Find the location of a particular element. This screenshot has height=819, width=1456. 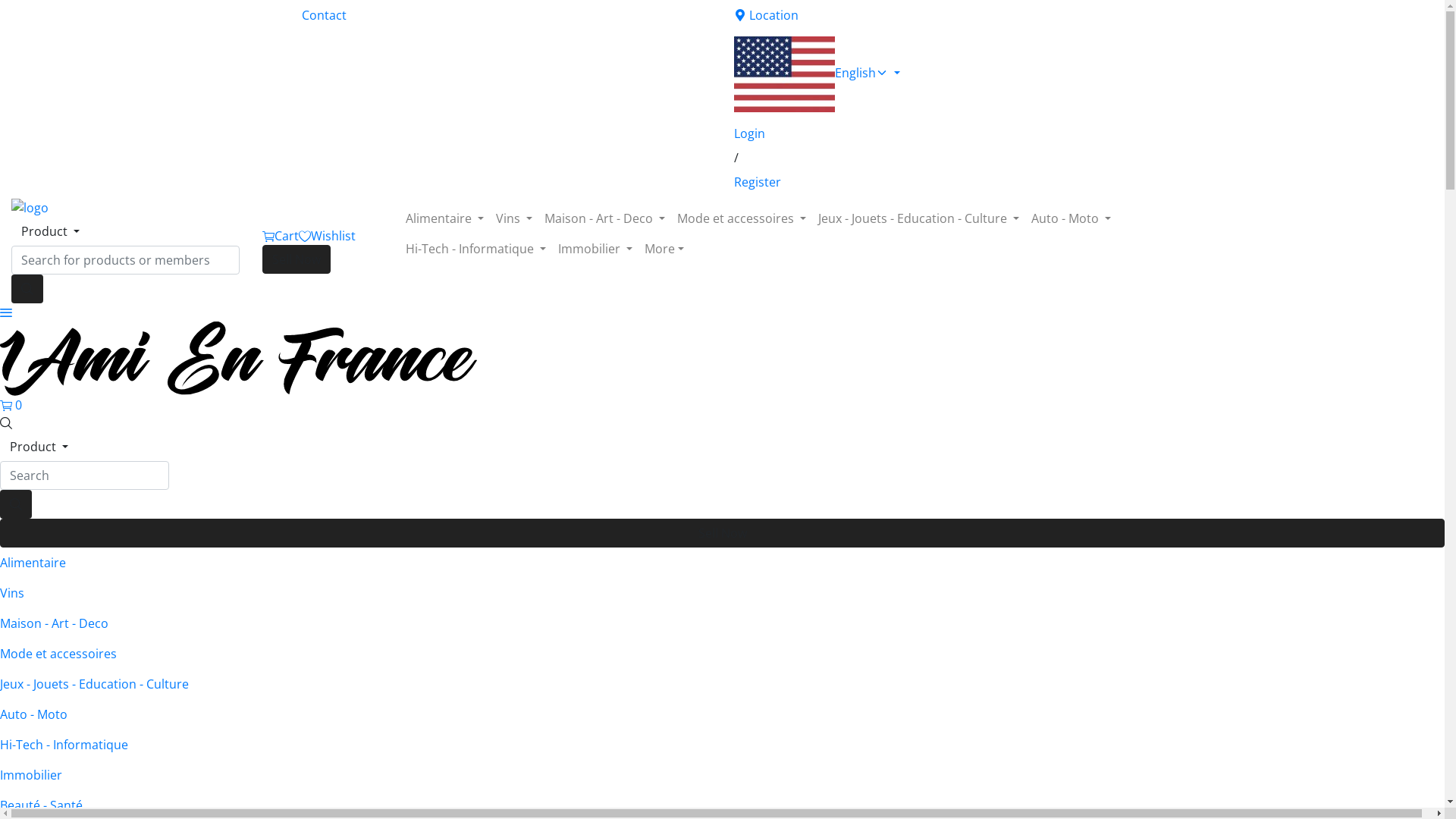

' Location' is located at coordinates (938, 14).